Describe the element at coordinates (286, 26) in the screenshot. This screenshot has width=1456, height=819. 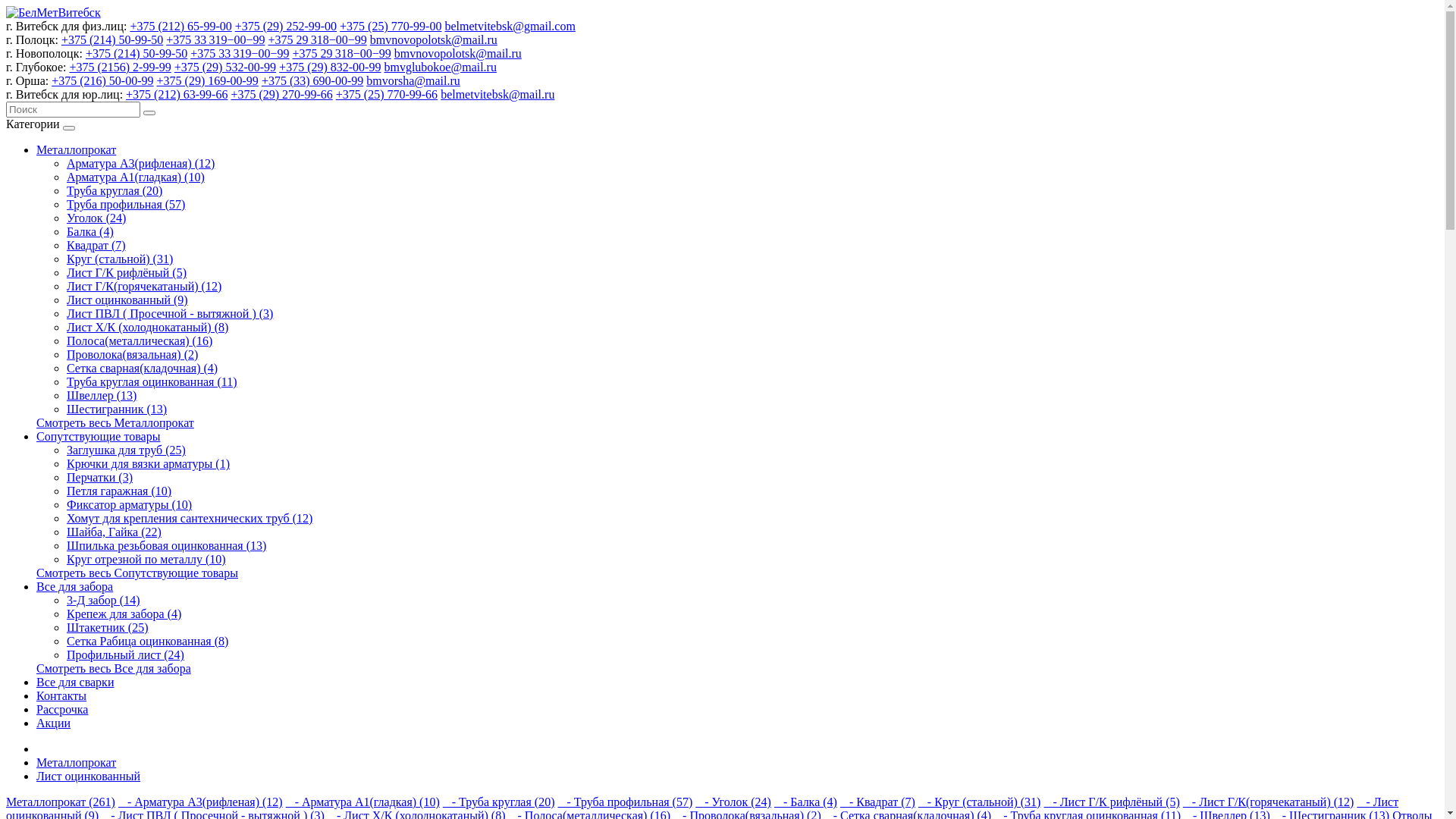
I see `'+375 (29) 252-99-00'` at that location.